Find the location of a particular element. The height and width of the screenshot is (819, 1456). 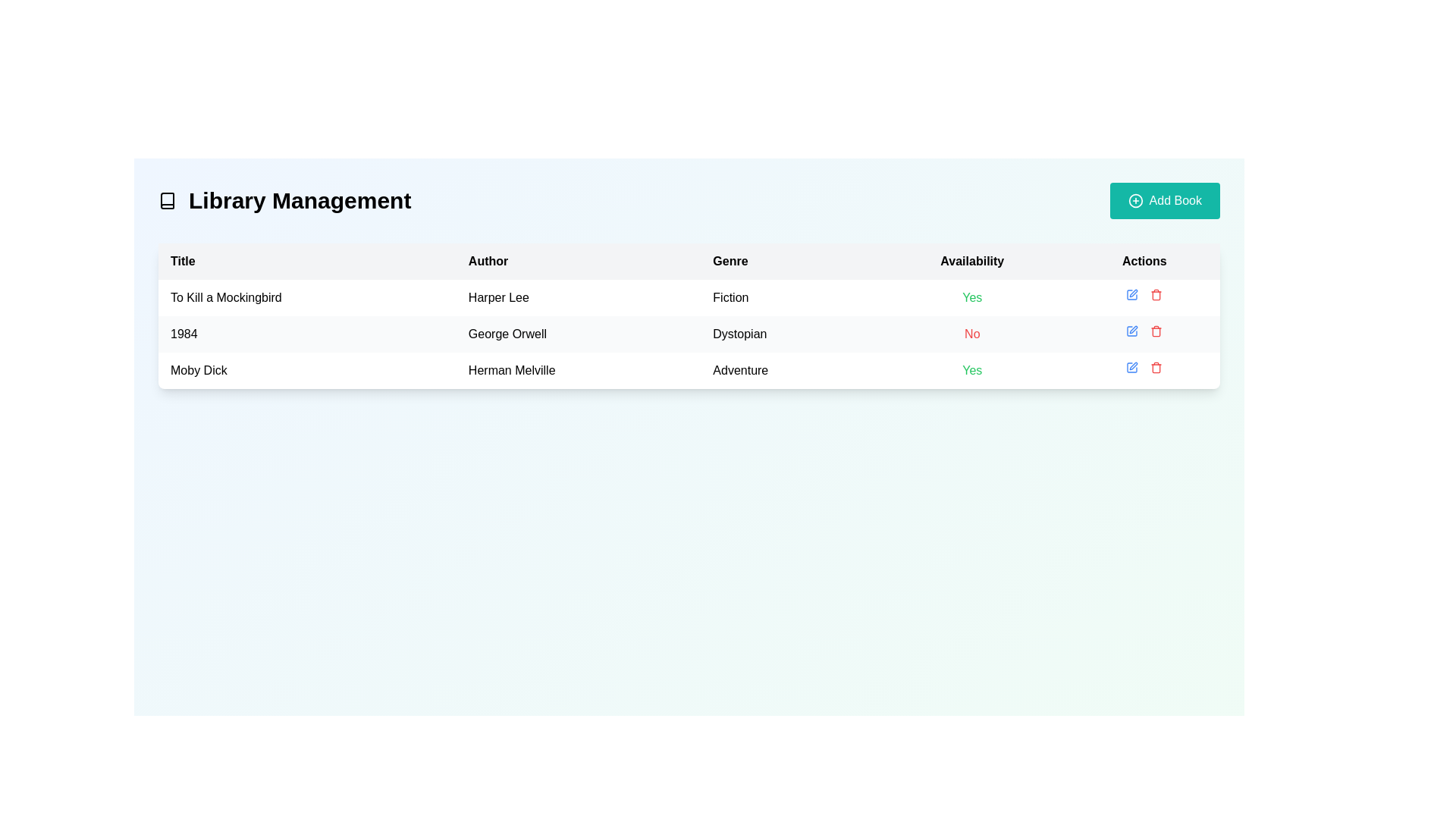

the decorative SVG Circle that represents the 'Add Book' button icon, located in the top-right section of the interface is located at coordinates (1135, 200).